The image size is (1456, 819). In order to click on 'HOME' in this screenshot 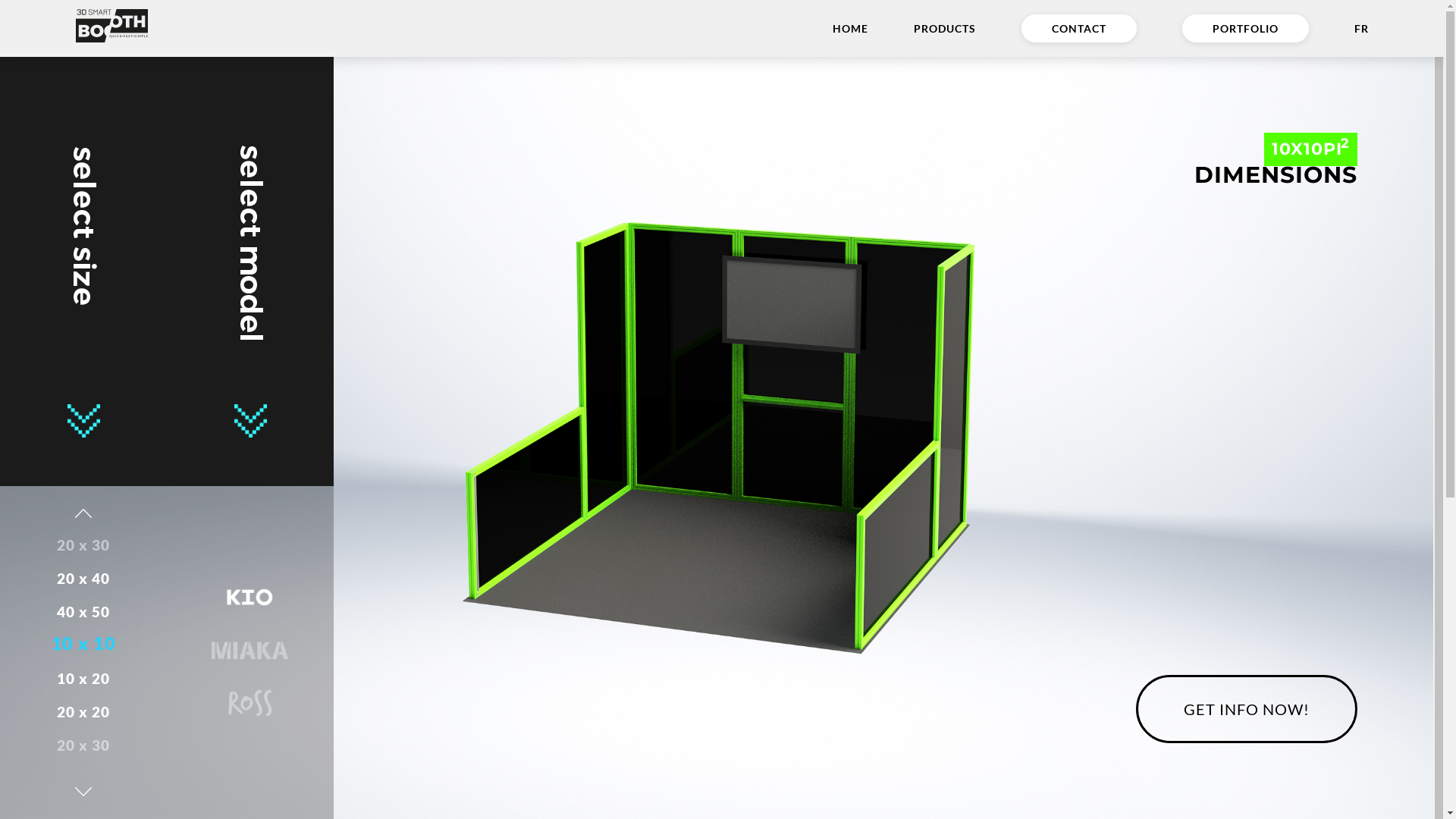, I will do `click(850, 28)`.